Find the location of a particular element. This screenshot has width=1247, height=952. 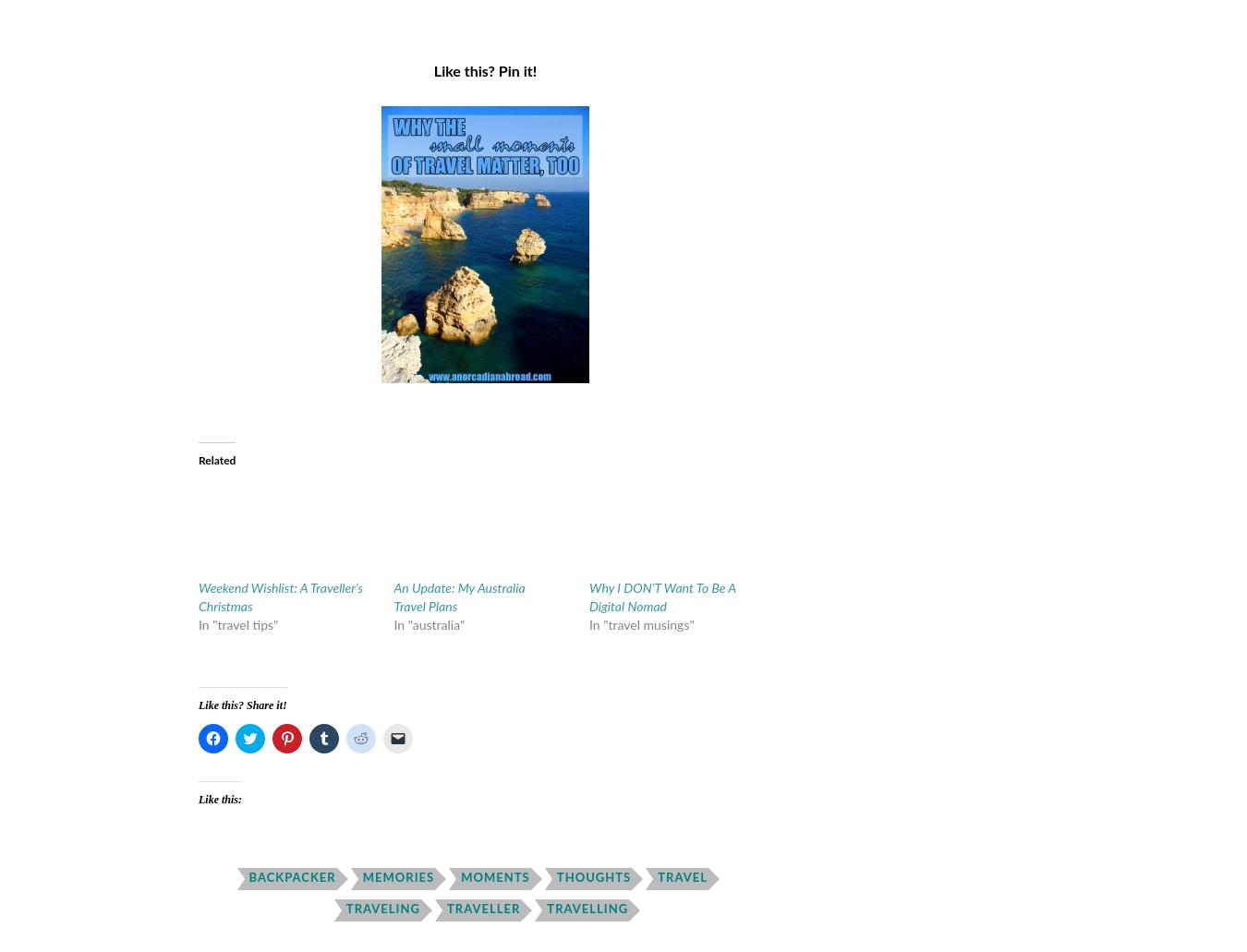

'thoughts' is located at coordinates (593, 876).